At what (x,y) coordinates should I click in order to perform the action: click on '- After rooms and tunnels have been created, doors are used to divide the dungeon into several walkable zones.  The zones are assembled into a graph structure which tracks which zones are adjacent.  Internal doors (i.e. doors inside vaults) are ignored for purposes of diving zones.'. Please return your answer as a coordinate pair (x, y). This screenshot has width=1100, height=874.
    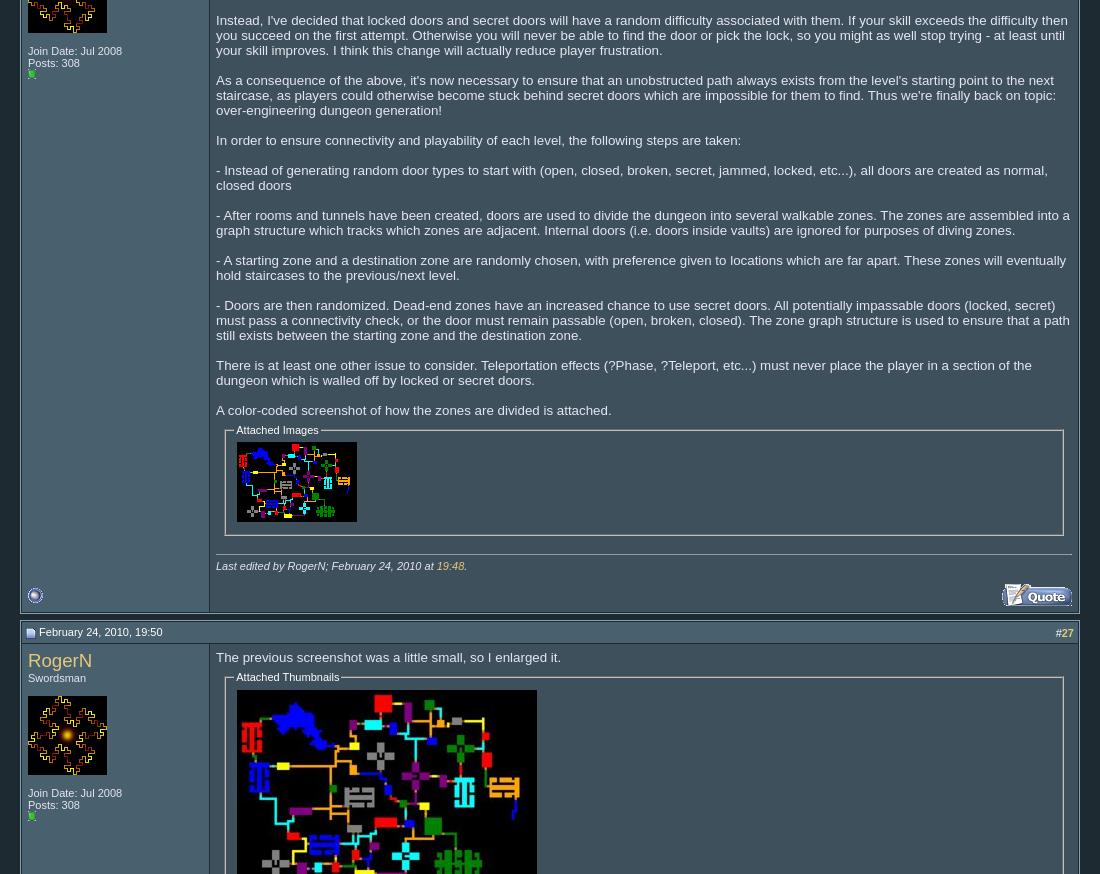
    Looking at the image, I should click on (642, 221).